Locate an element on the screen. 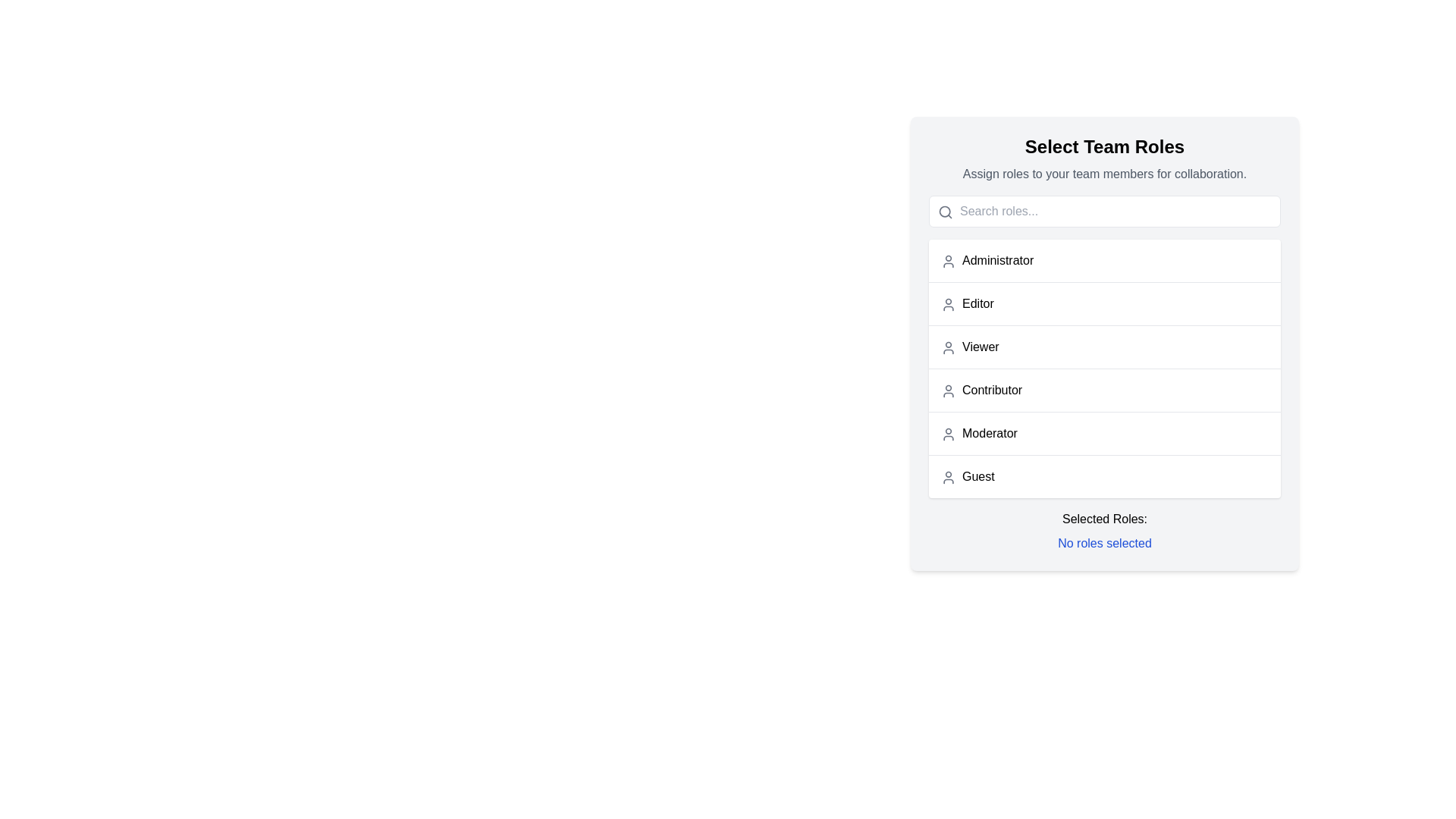  the 'Viewer' role icon located is located at coordinates (948, 347).